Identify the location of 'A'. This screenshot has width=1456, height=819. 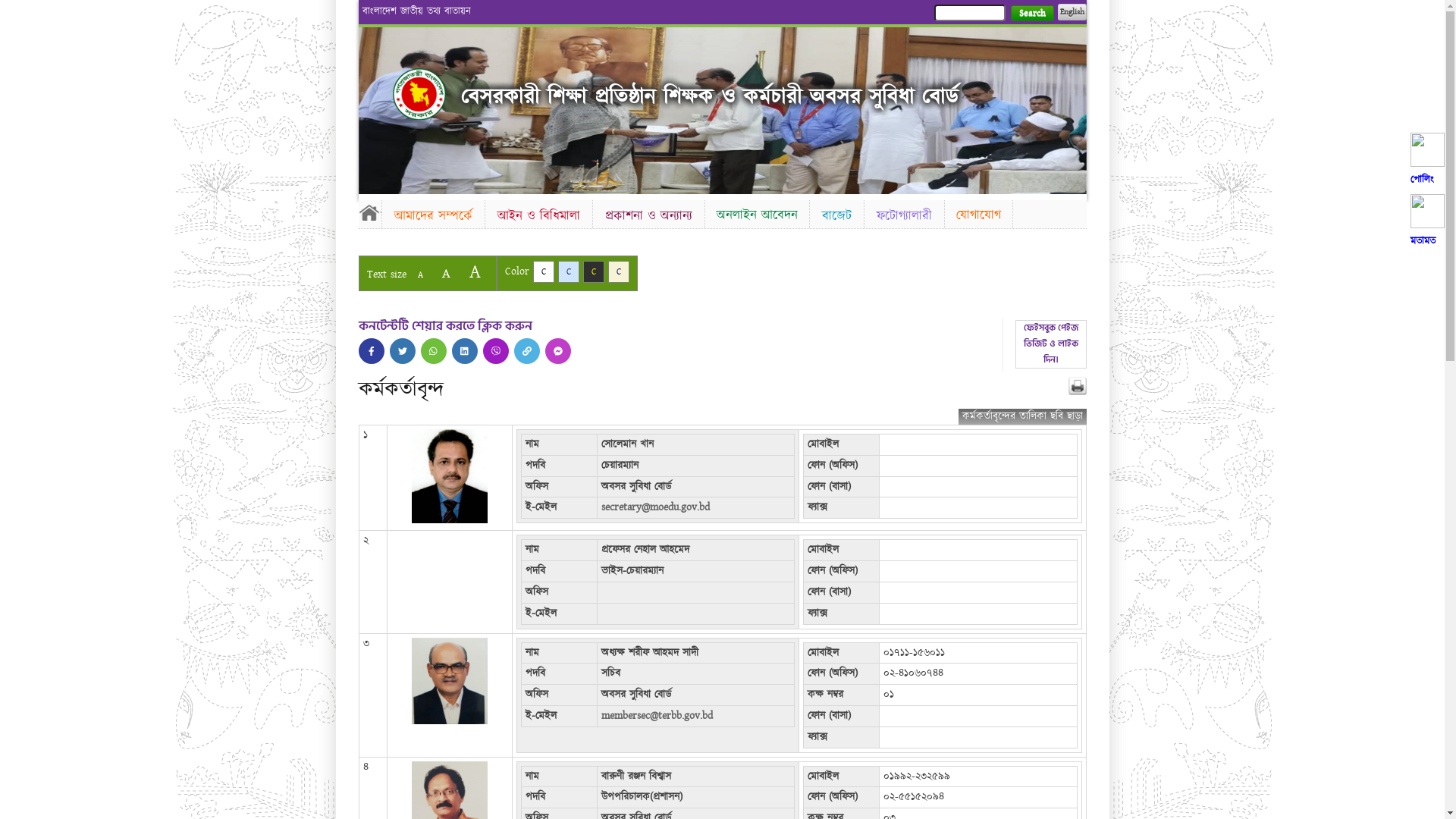
(473, 271).